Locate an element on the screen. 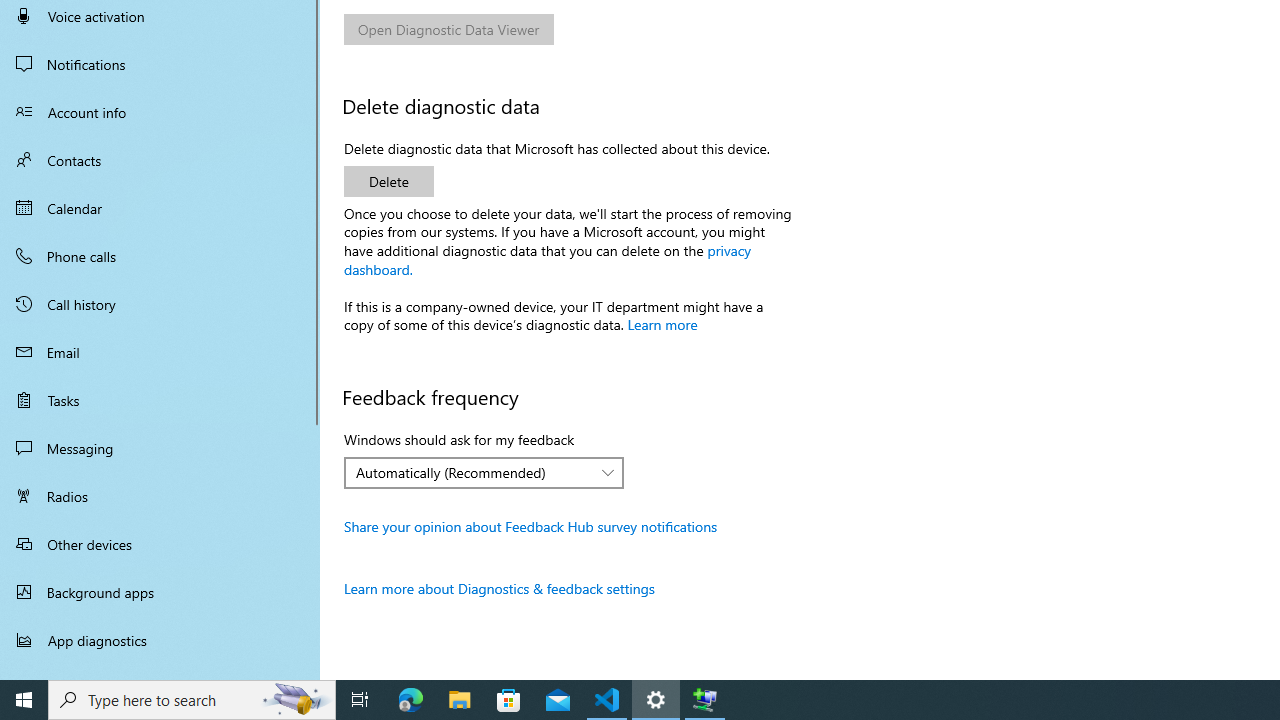 The height and width of the screenshot is (720, 1280). 'App diagnostics' is located at coordinates (160, 640).